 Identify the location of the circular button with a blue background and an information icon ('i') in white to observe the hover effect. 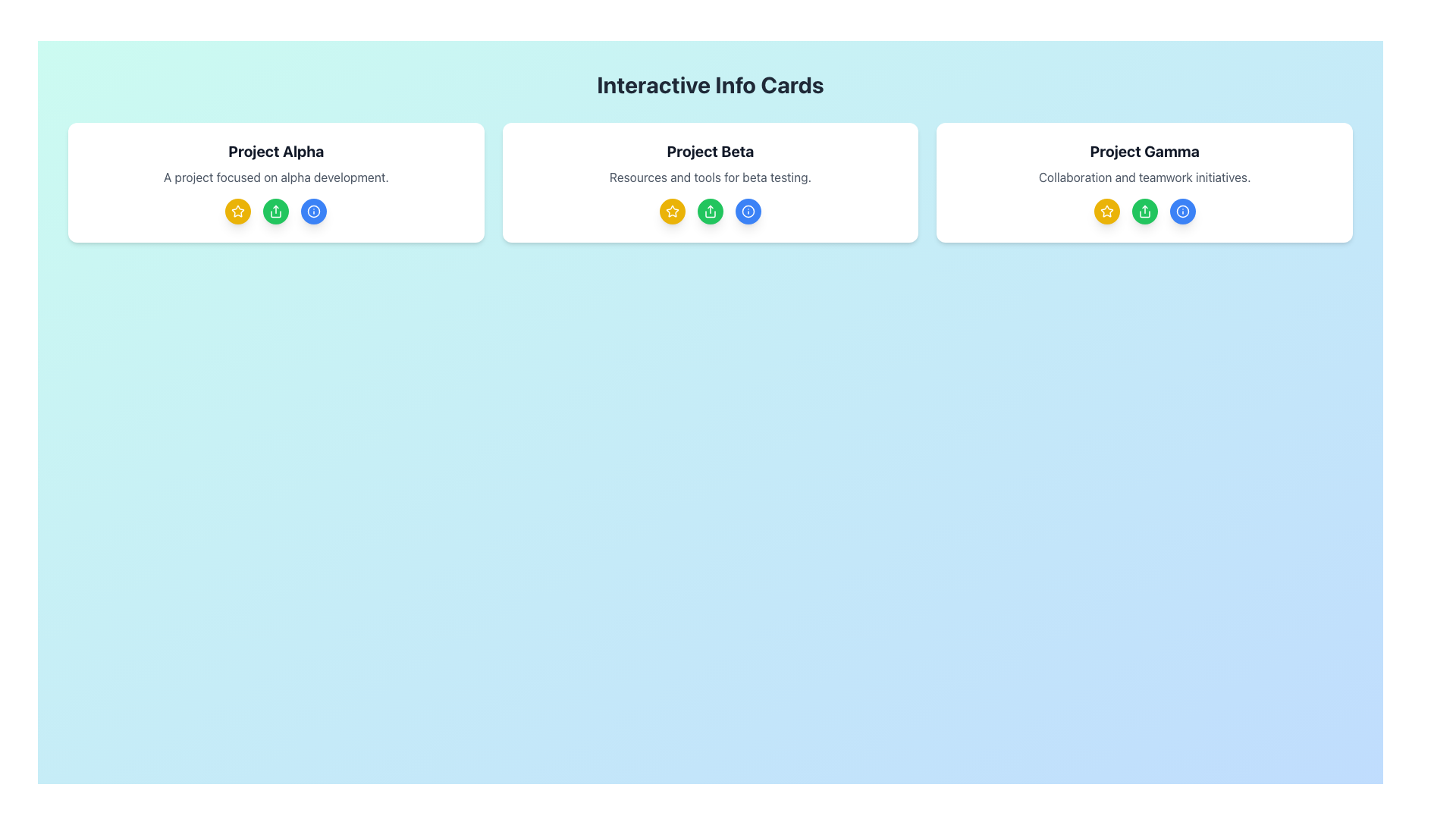
(1181, 211).